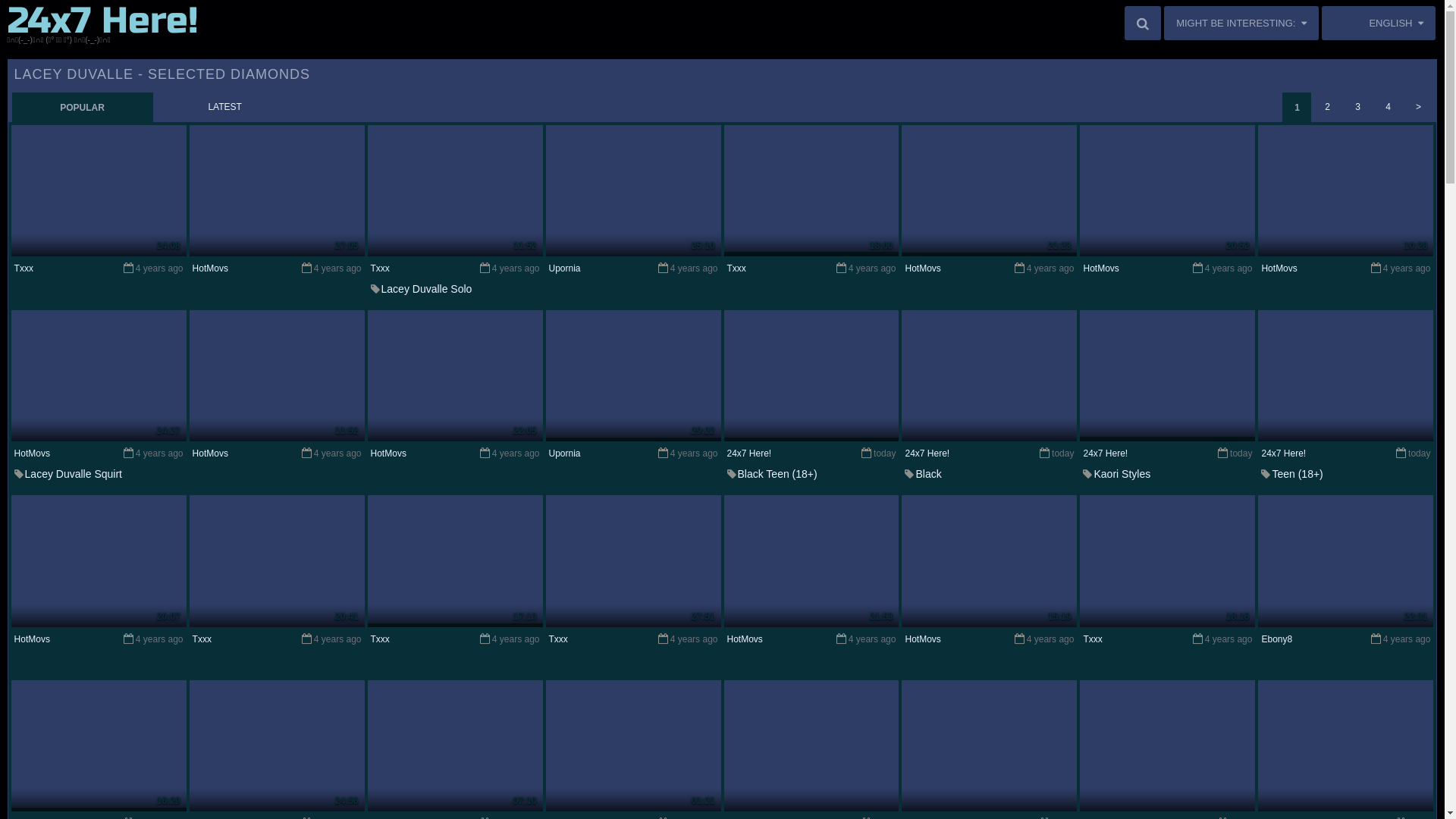 Image resolution: width=1456 pixels, height=819 pixels. I want to click on 'HotMovs', so click(209, 268).